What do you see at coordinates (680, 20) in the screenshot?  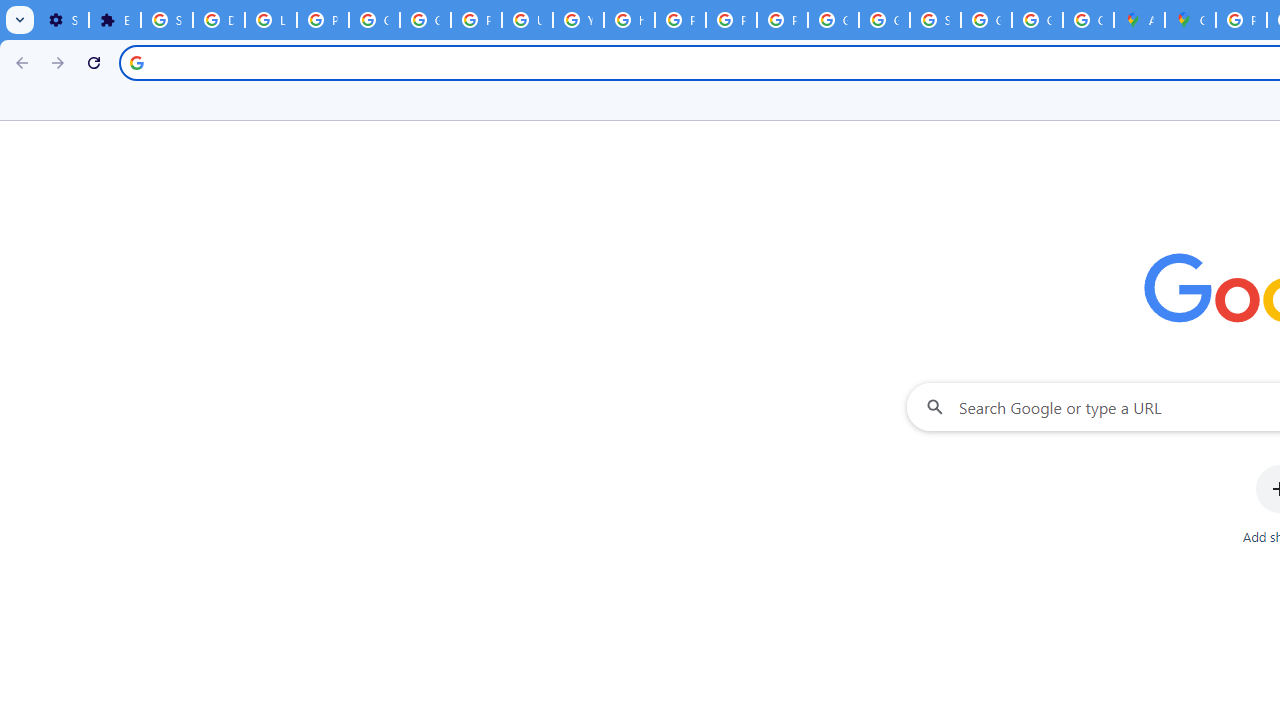 I see `'Privacy Help Center - Policies Help'` at bounding box center [680, 20].